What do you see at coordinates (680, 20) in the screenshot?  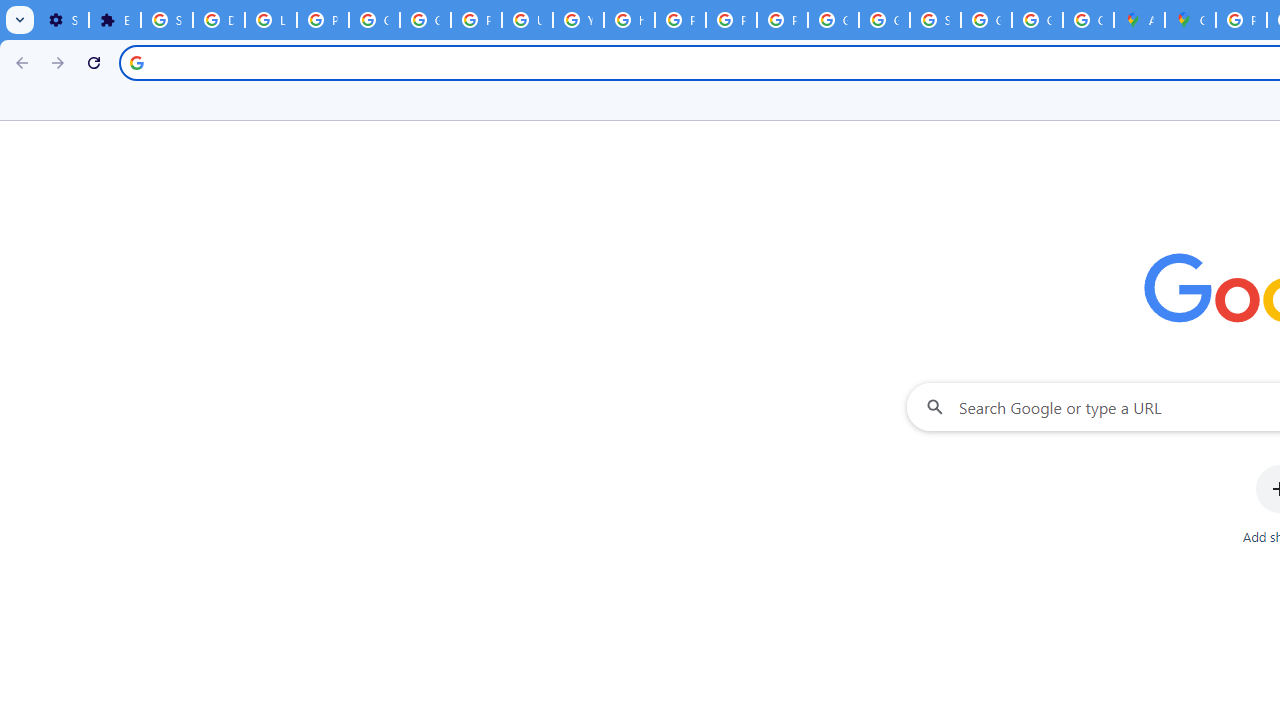 I see `'Privacy Help Center - Policies Help'` at bounding box center [680, 20].